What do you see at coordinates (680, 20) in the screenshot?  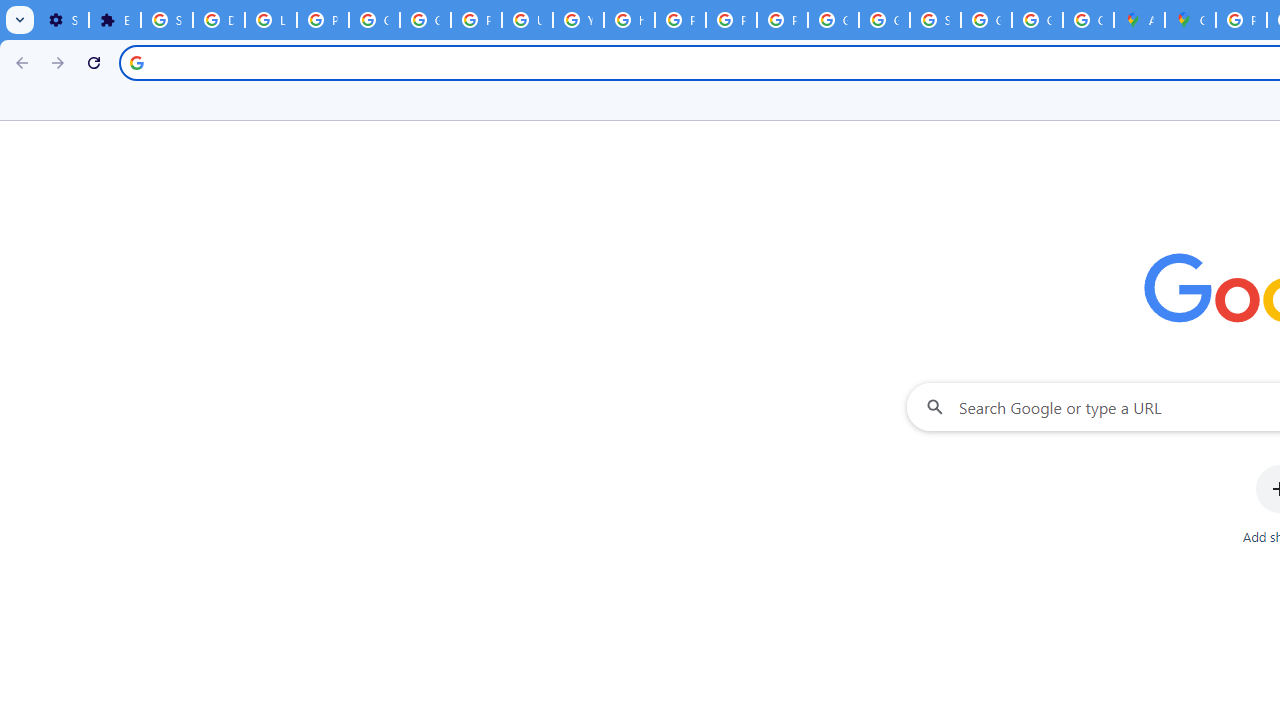 I see `'Privacy Help Center - Policies Help'` at bounding box center [680, 20].